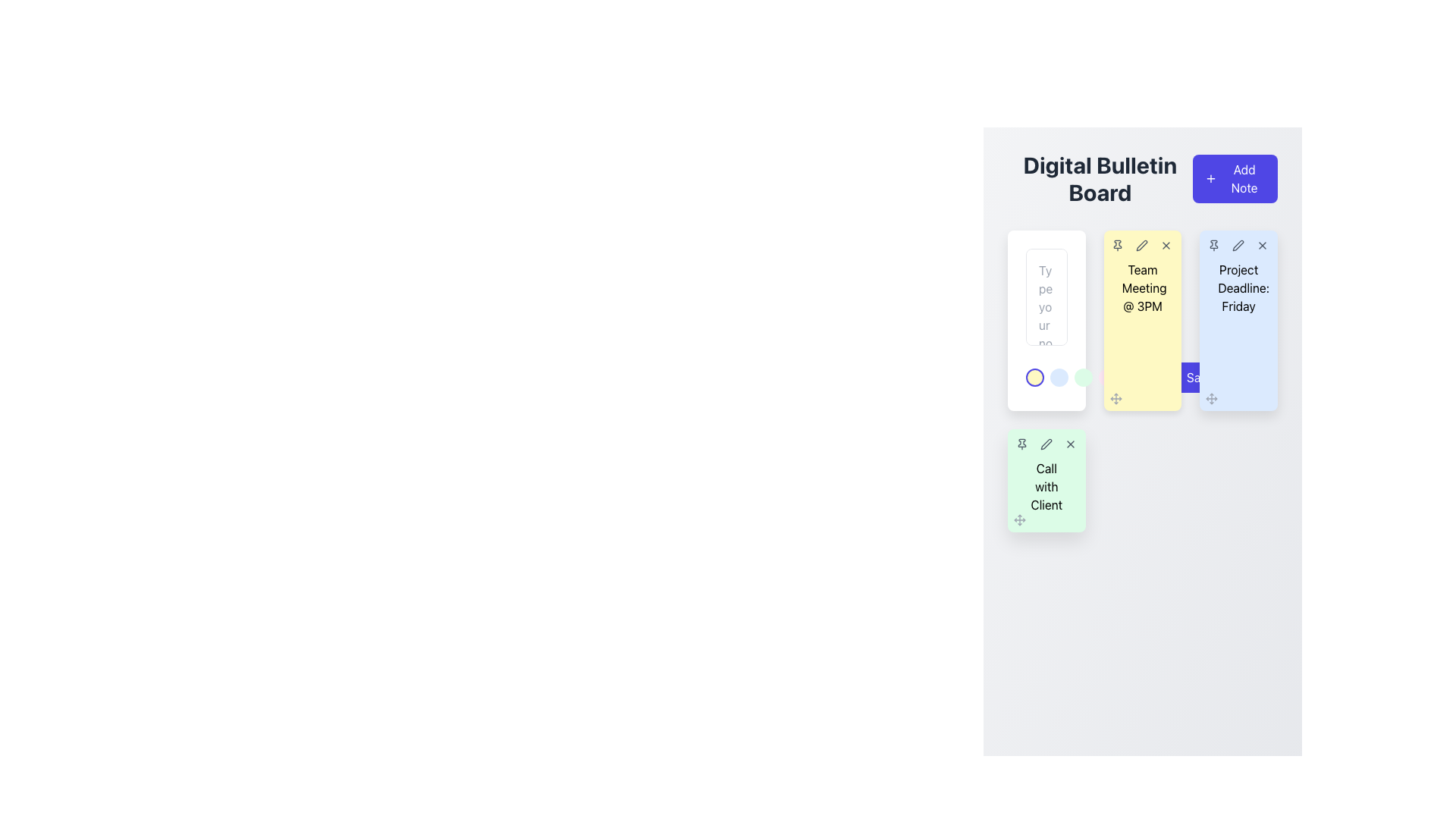 This screenshot has height=819, width=1456. I want to click on the move or drag handle icon located at the bottom-left corner of the 'Call with Client' card, which is the first card in the bottom row, so click(1019, 519).